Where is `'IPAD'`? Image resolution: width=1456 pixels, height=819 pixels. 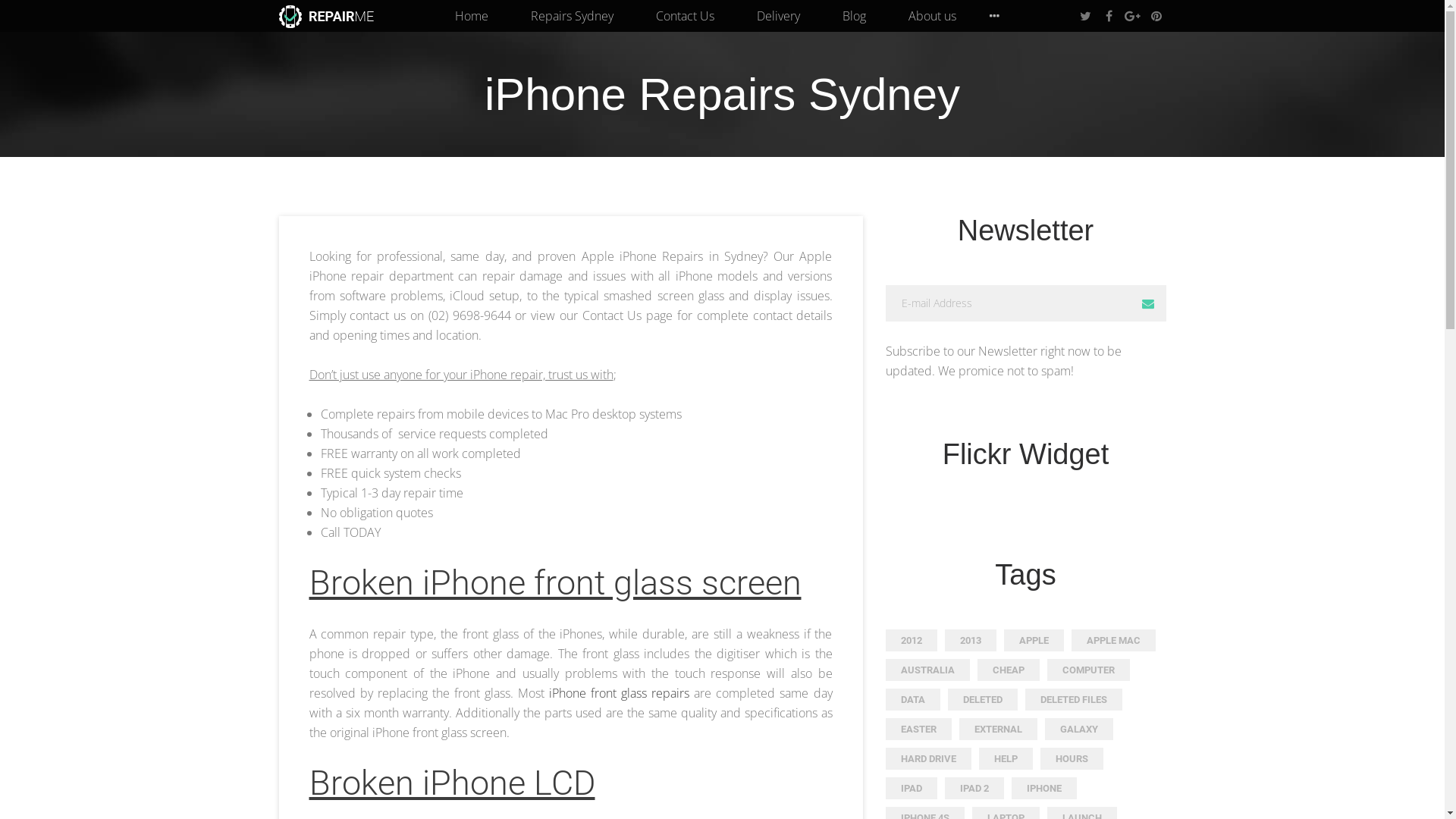
'IPAD' is located at coordinates (910, 787).